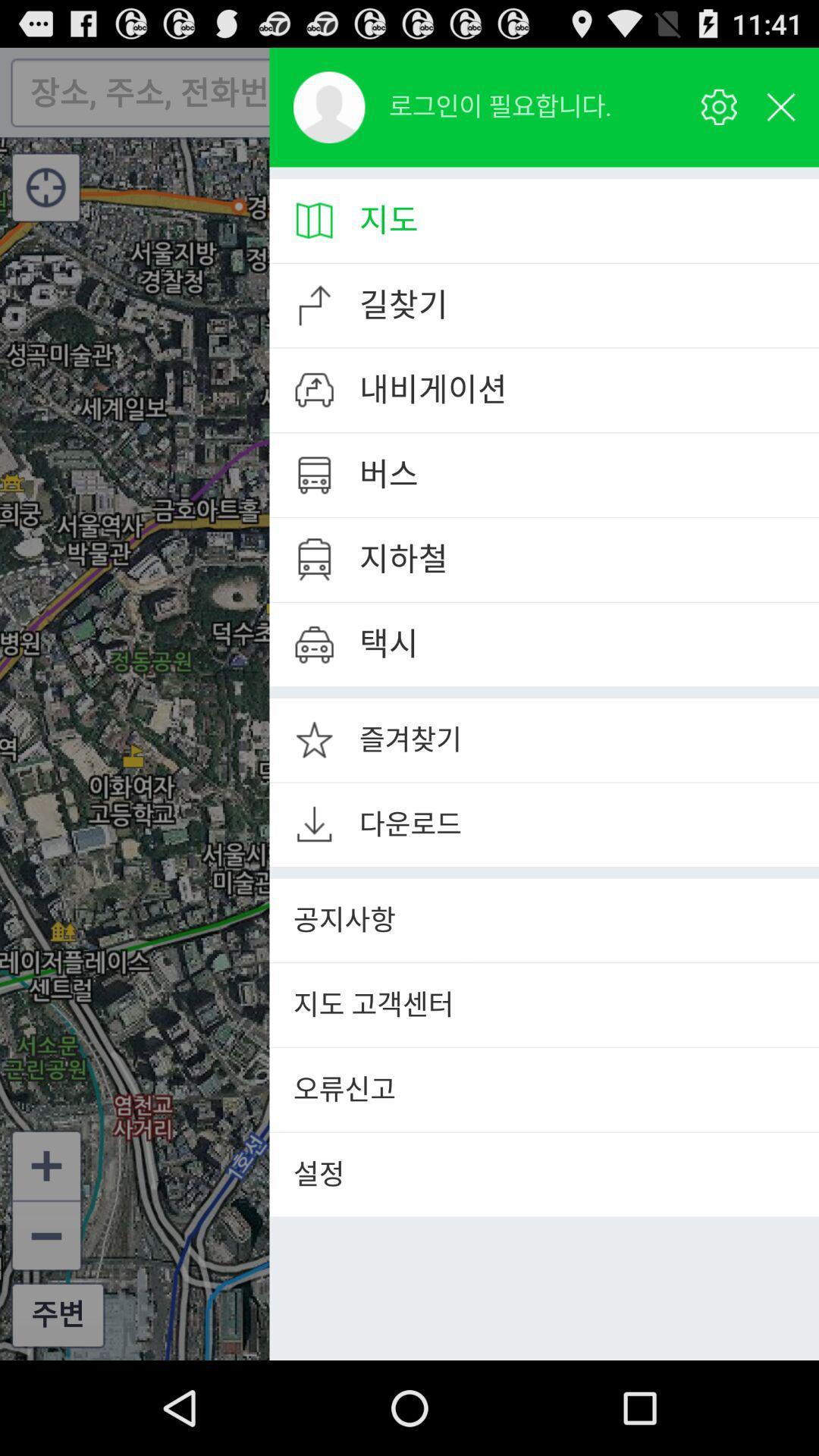 This screenshot has height=1456, width=819. I want to click on the minus icon, so click(772, 290).